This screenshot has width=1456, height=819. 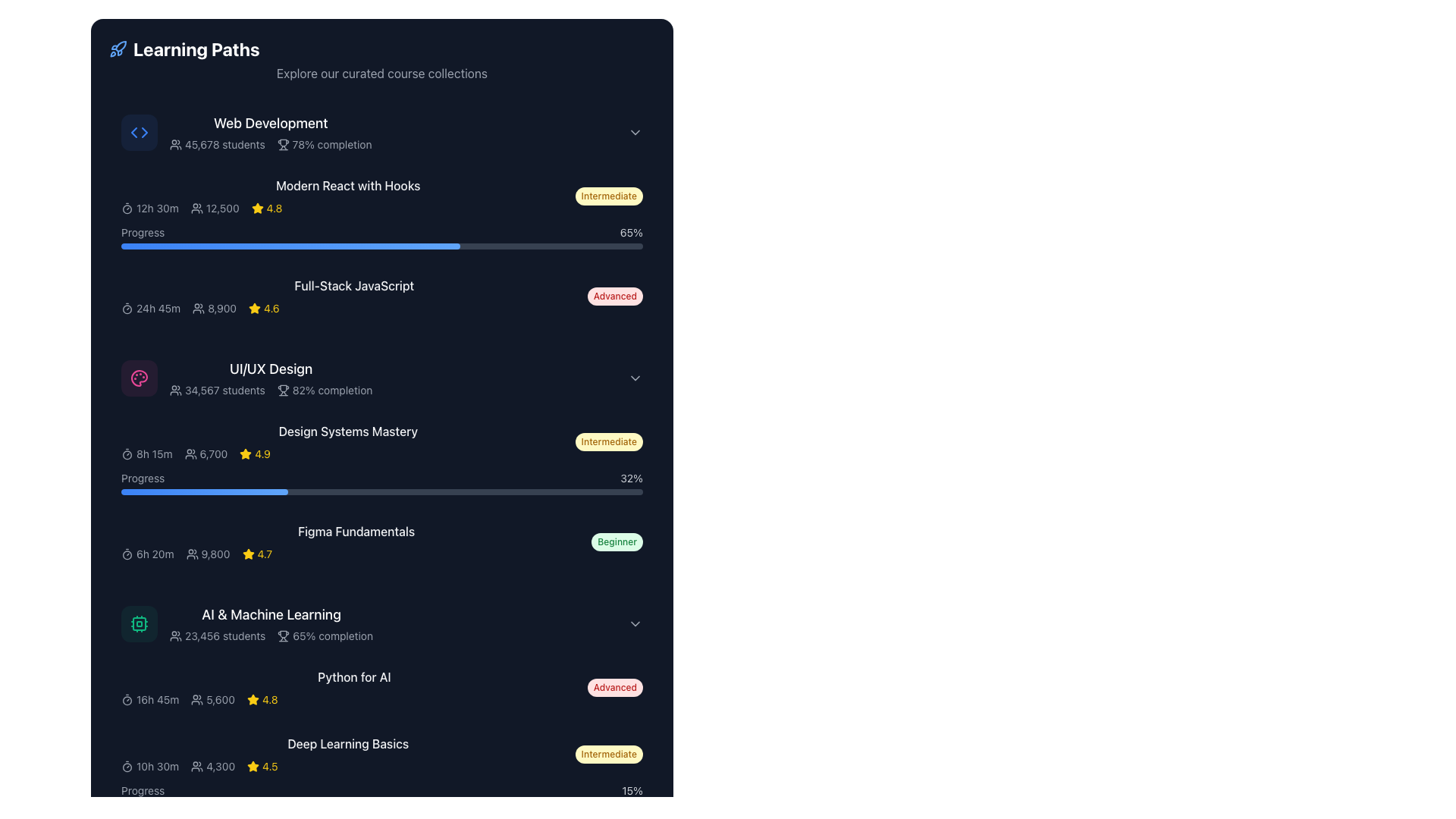 I want to click on the text label that serves as the title of the 'Design Systems Mastery' course for identification purposes, so click(x=347, y=431).